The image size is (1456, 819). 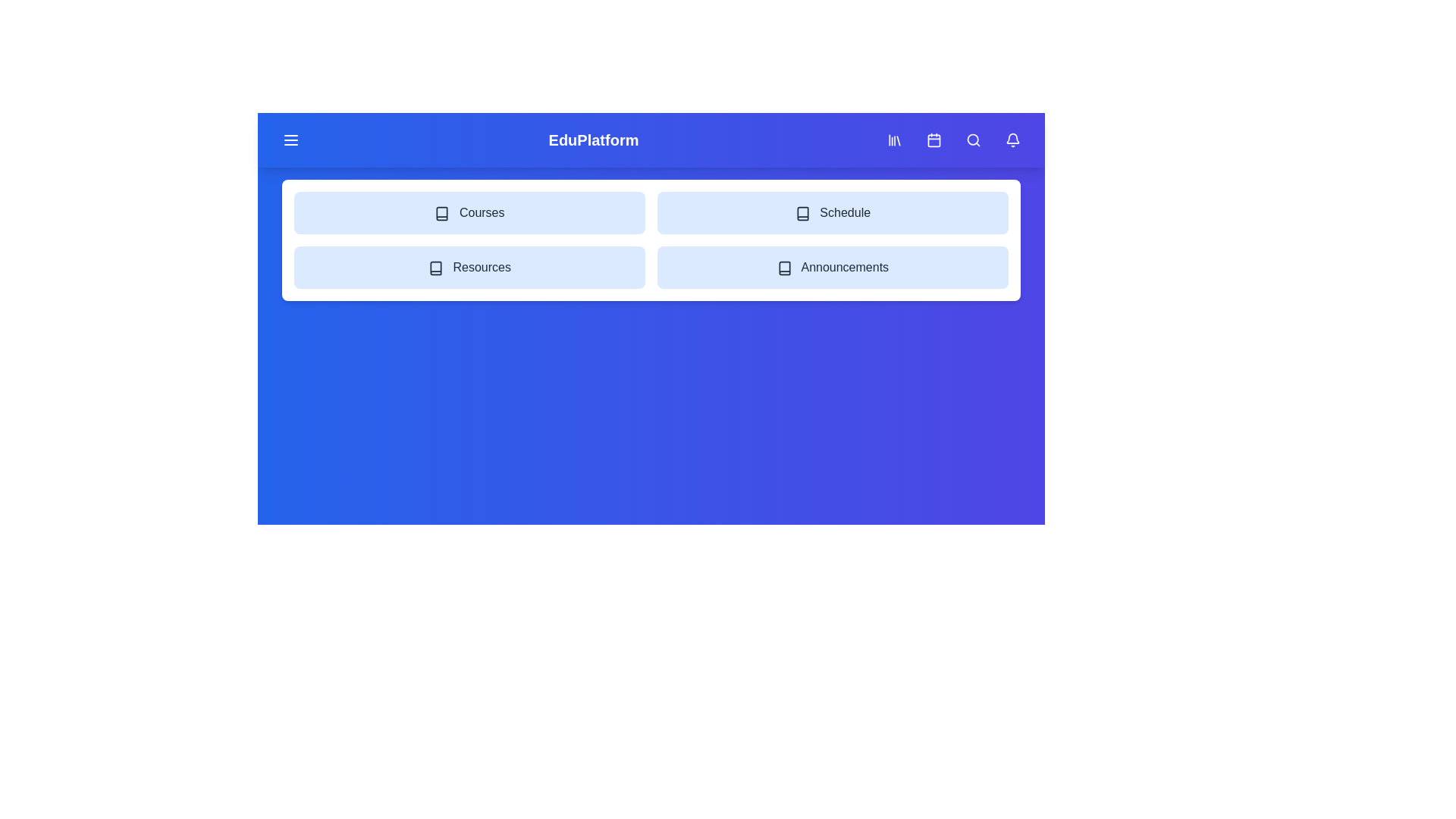 What do you see at coordinates (934, 140) in the screenshot?
I see `the 'Calendar' icon button` at bounding box center [934, 140].